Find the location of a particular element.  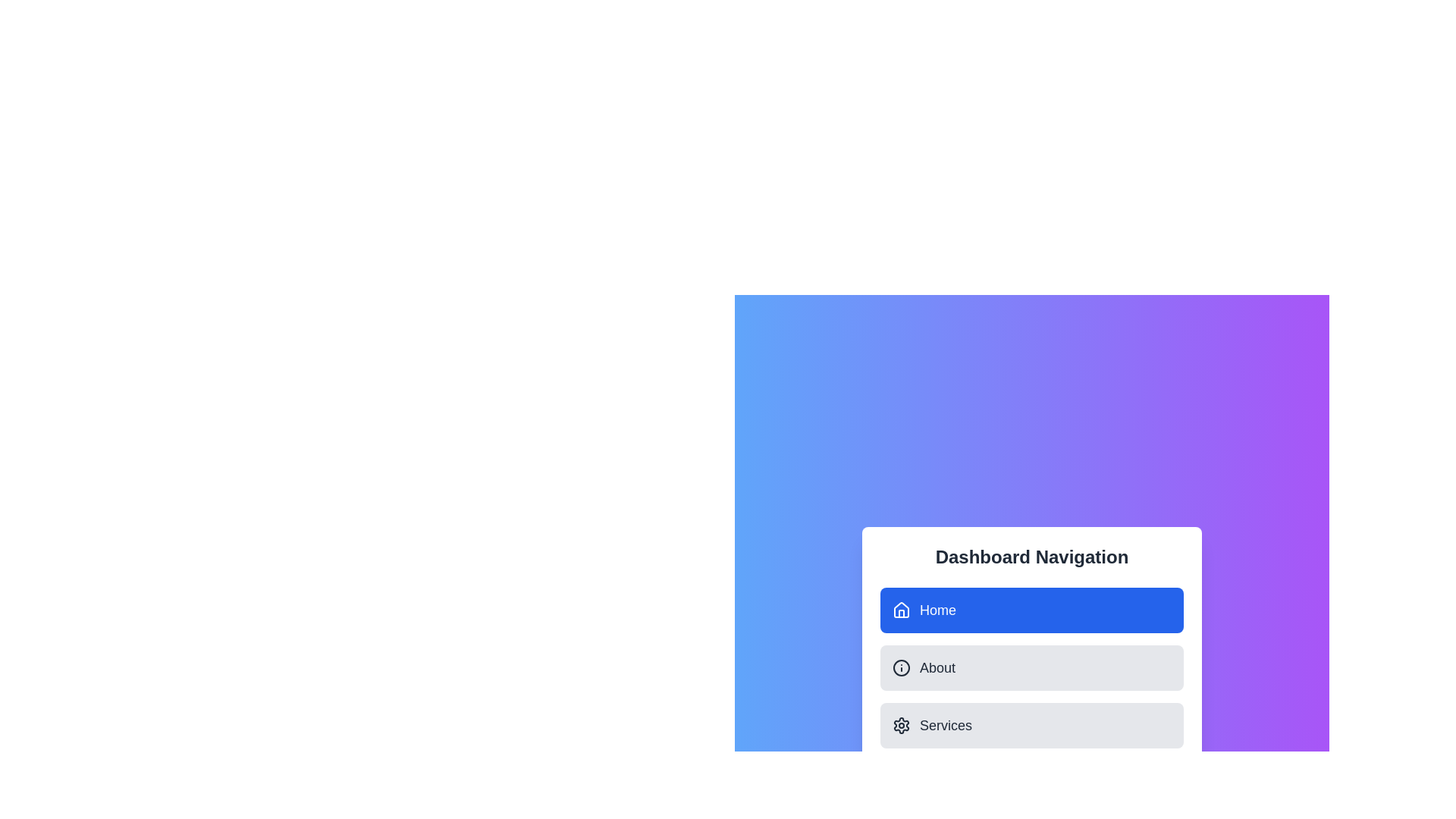

the decorative 'Home' navigation icon located inside the blue-highlighted menu option at the top-left corner is located at coordinates (902, 608).